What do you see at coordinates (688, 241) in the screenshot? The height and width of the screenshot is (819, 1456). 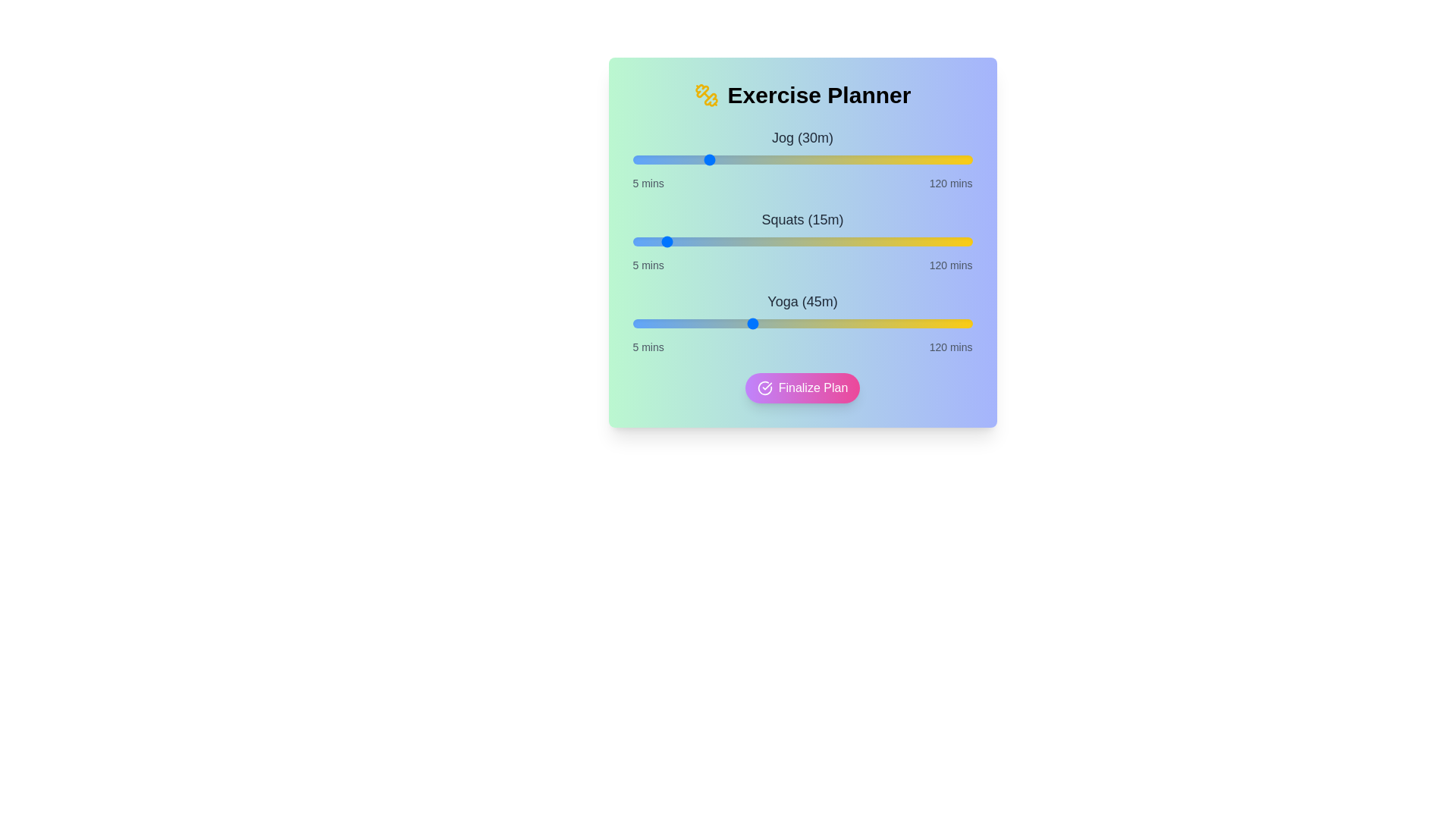 I see `the duration of the 1 slider to 24 minutes` at bounding box center [688, 241].